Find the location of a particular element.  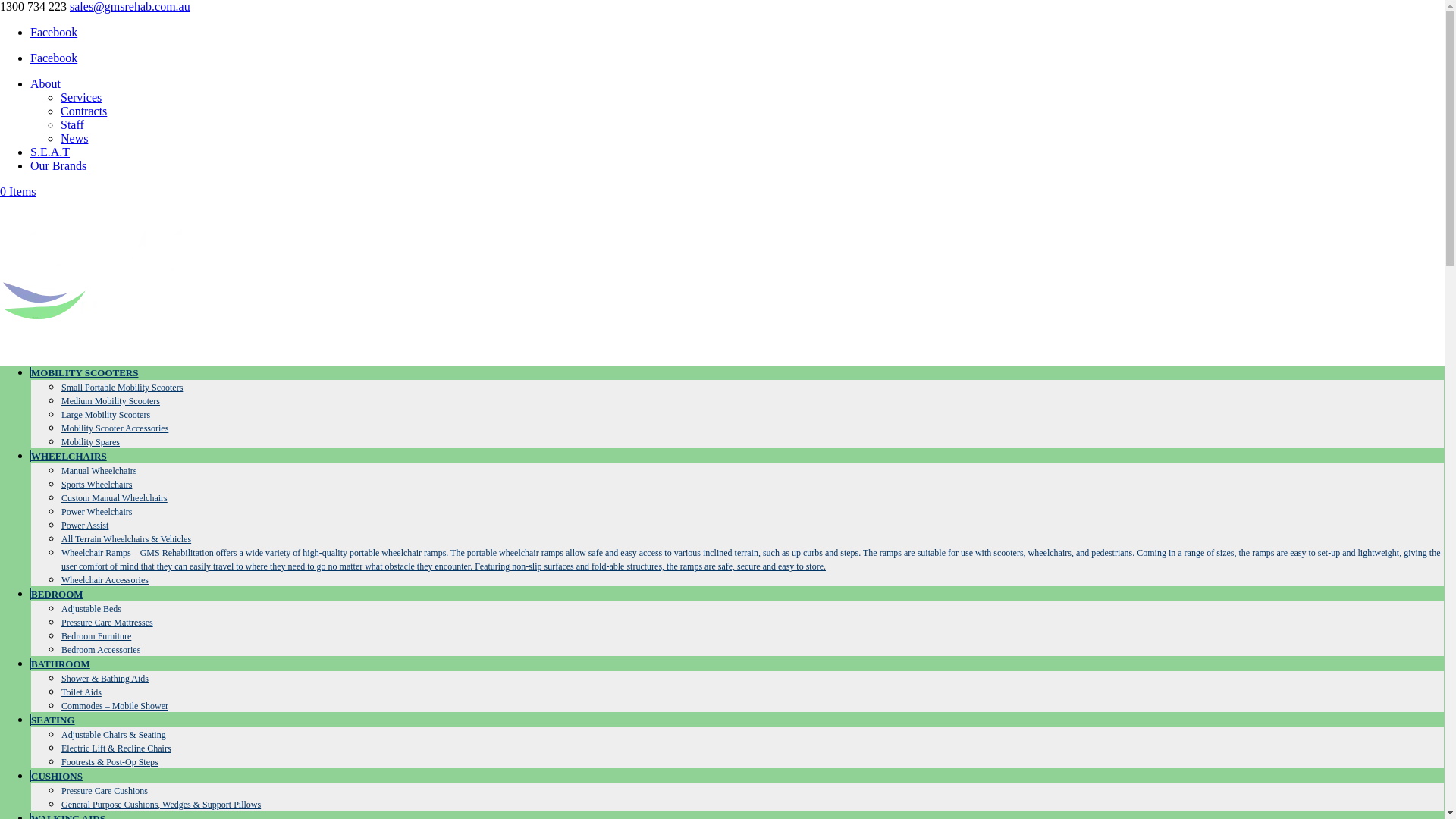

'Bedroom Furniture' is located at coordinates (95, 636).